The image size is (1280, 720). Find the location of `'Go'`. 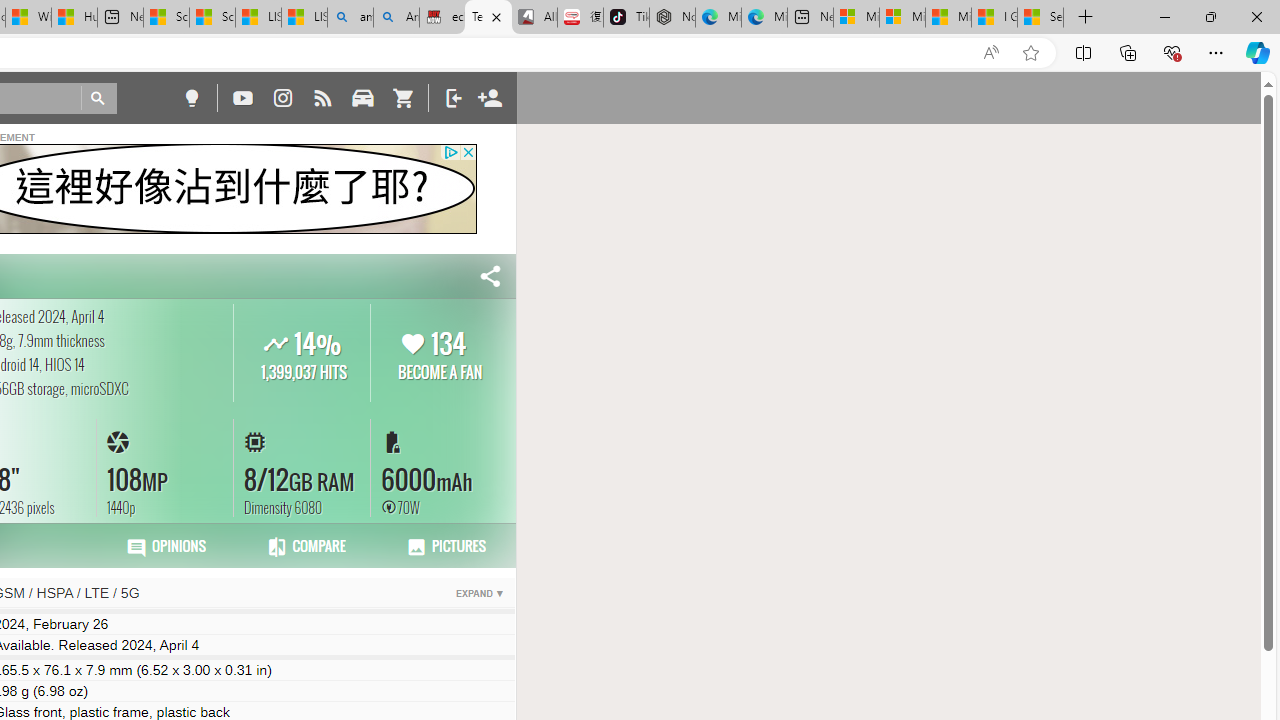

'Go' is located at coordinates (98, 98).